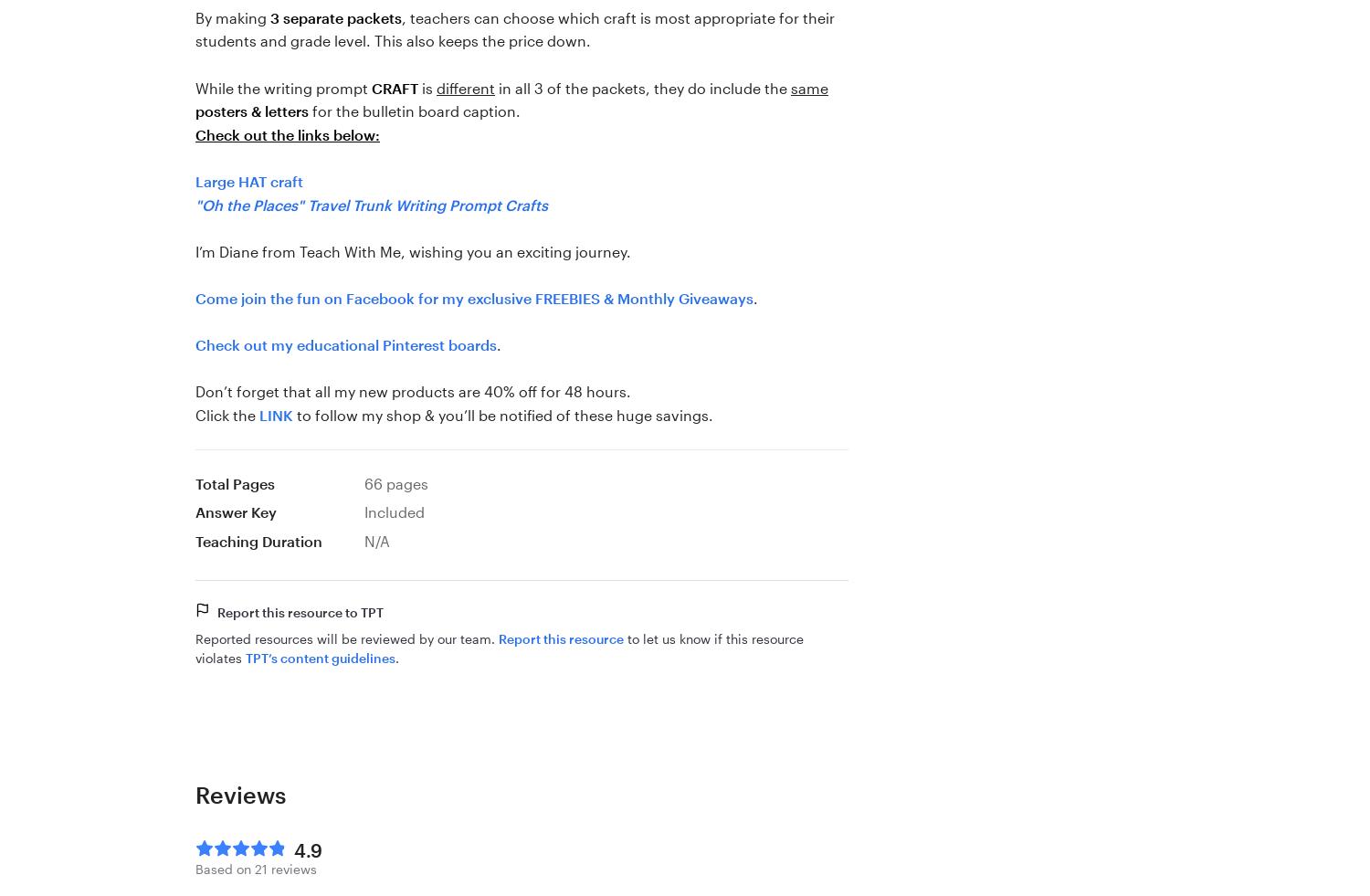  Describe the element at coordinates (474, 296) in the screenshot. I see `'Come join the fun on Facebook for my exclusive FREEBIES & Monthly Giveaways'` at that location.